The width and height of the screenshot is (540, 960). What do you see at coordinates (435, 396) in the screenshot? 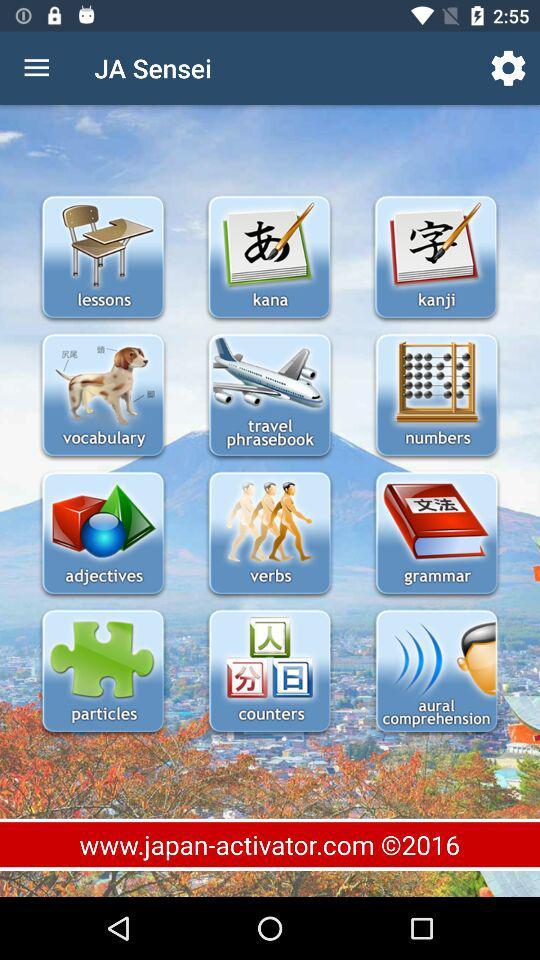
I see `open numbers page` at bounding box center [435, 396].